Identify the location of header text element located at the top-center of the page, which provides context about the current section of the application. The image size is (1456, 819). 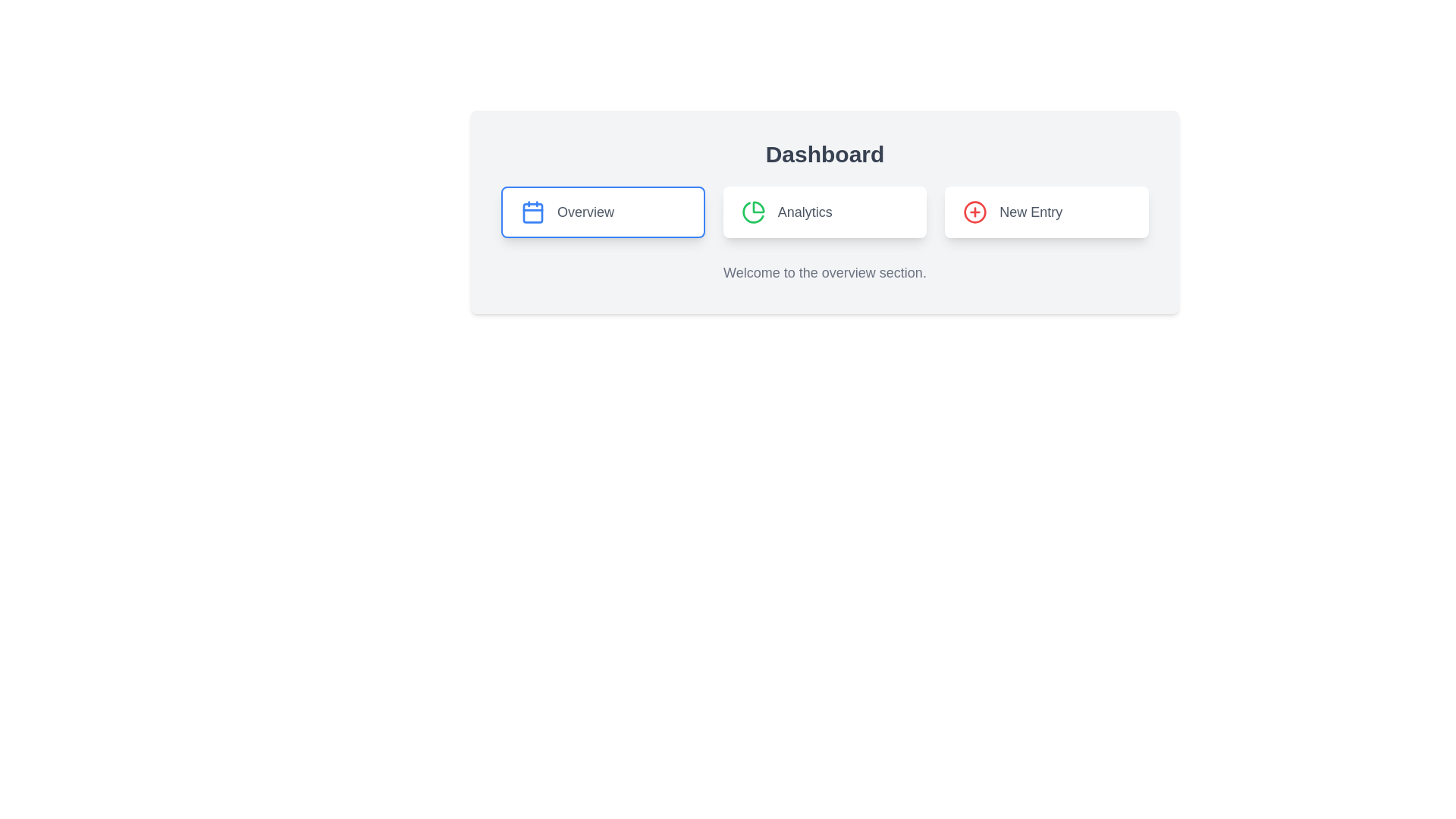
(824, 155).